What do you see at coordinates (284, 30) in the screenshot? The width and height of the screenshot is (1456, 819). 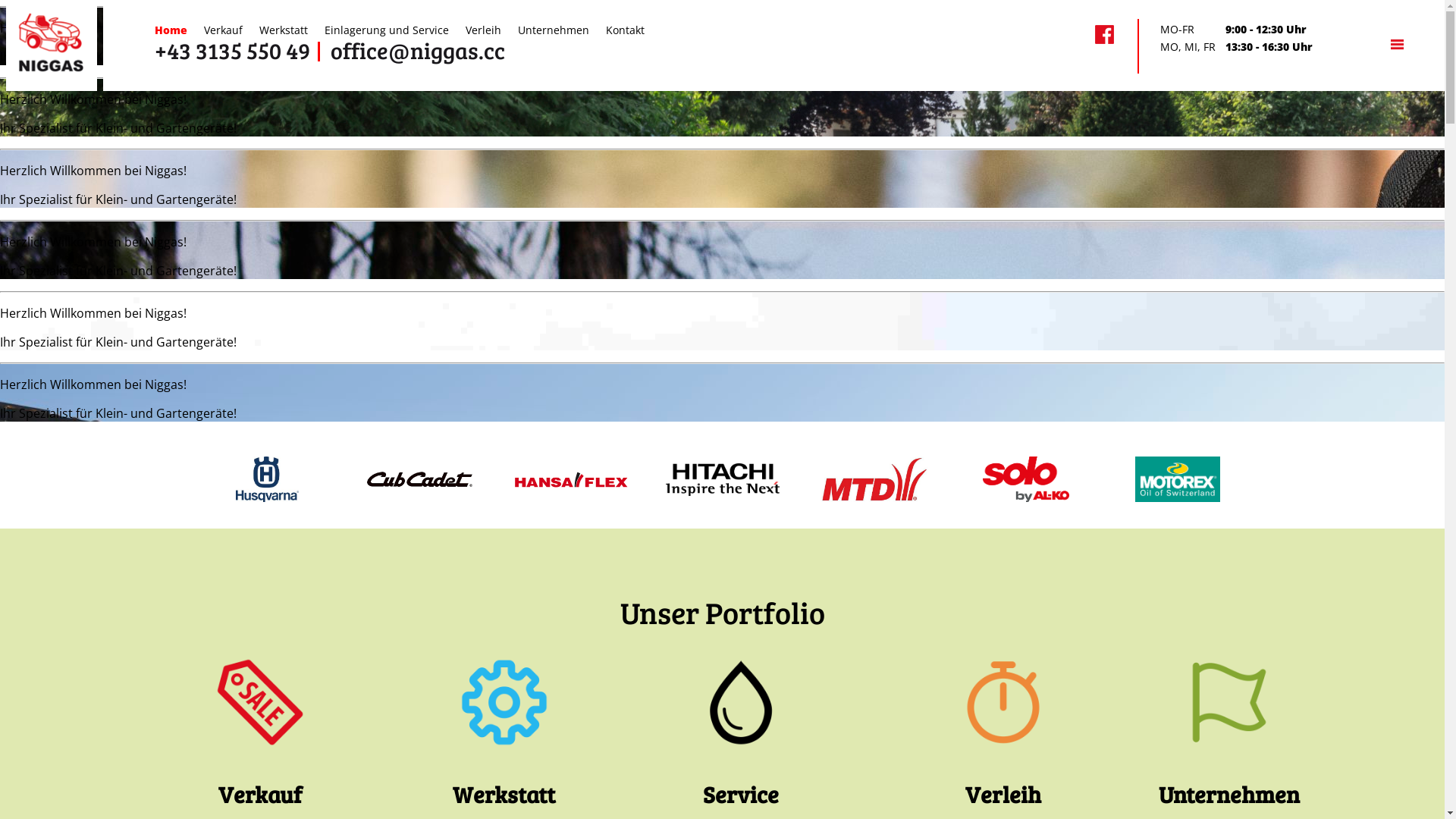 I see `'Werkstatt'` at bounding box center [284, 30].